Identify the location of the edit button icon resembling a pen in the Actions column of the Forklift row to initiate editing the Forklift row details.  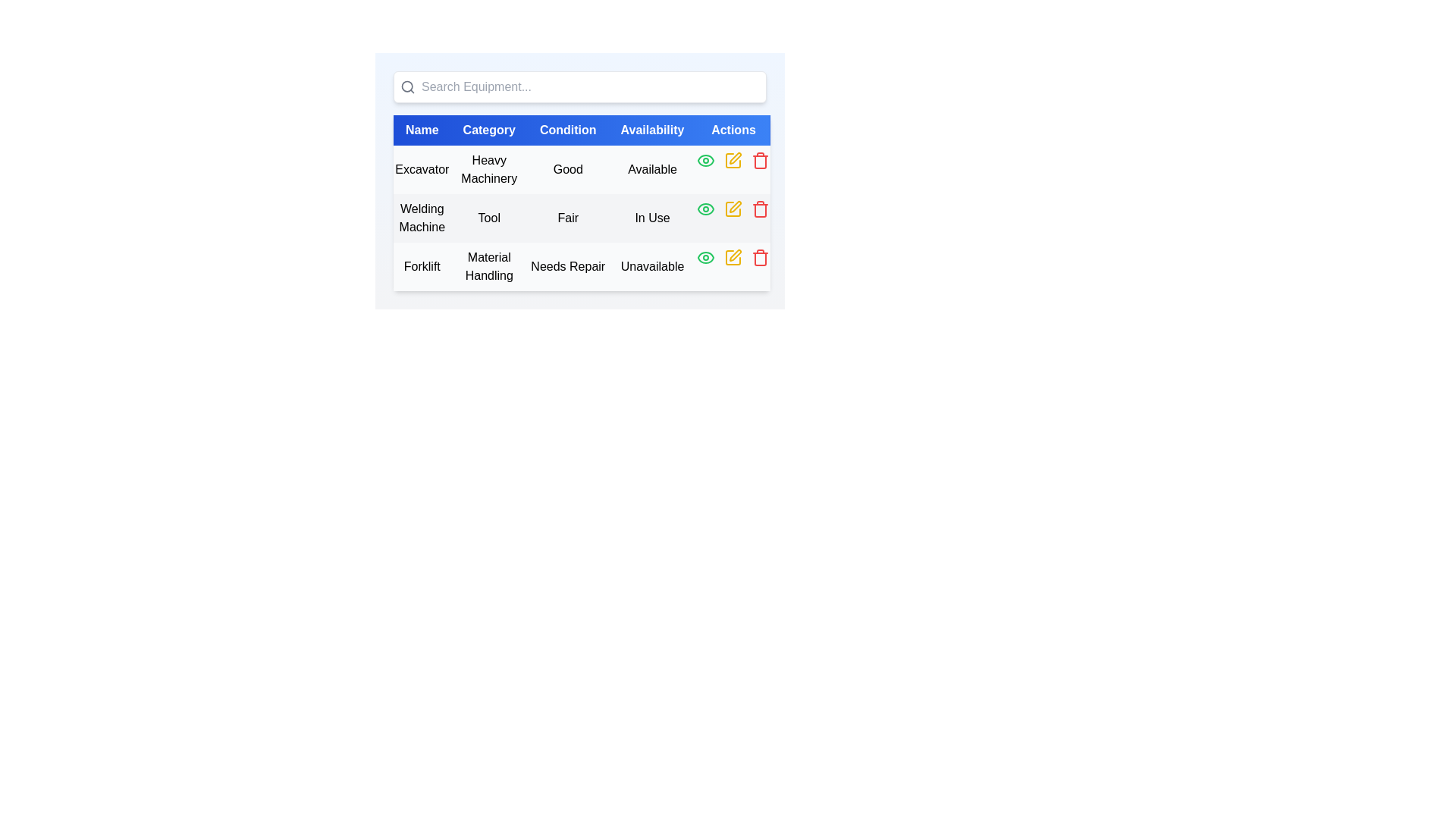
(736, 254).